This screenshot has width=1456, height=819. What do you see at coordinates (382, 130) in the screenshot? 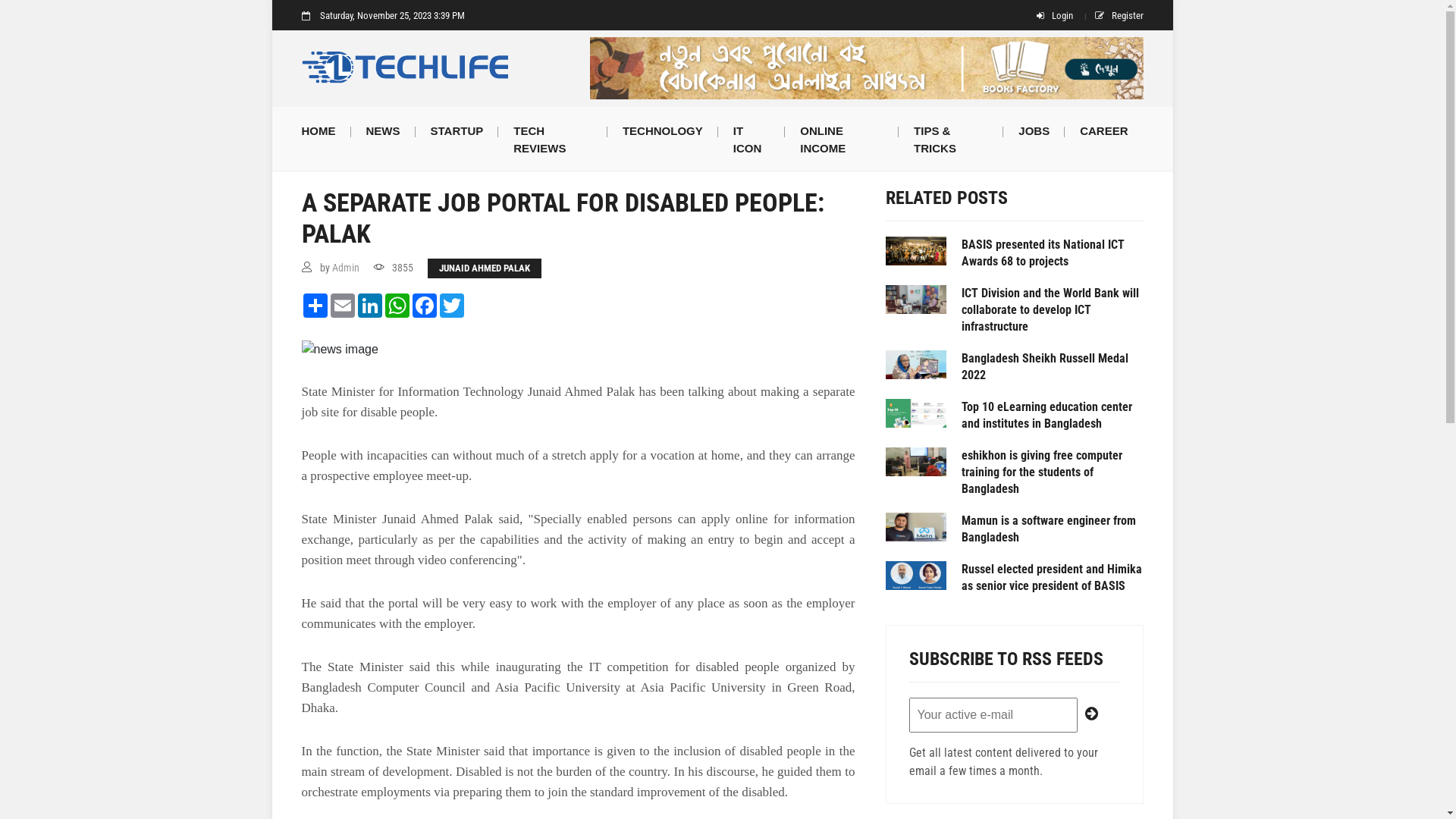
I see `'NEWS'` at bounding box center [382, 130].